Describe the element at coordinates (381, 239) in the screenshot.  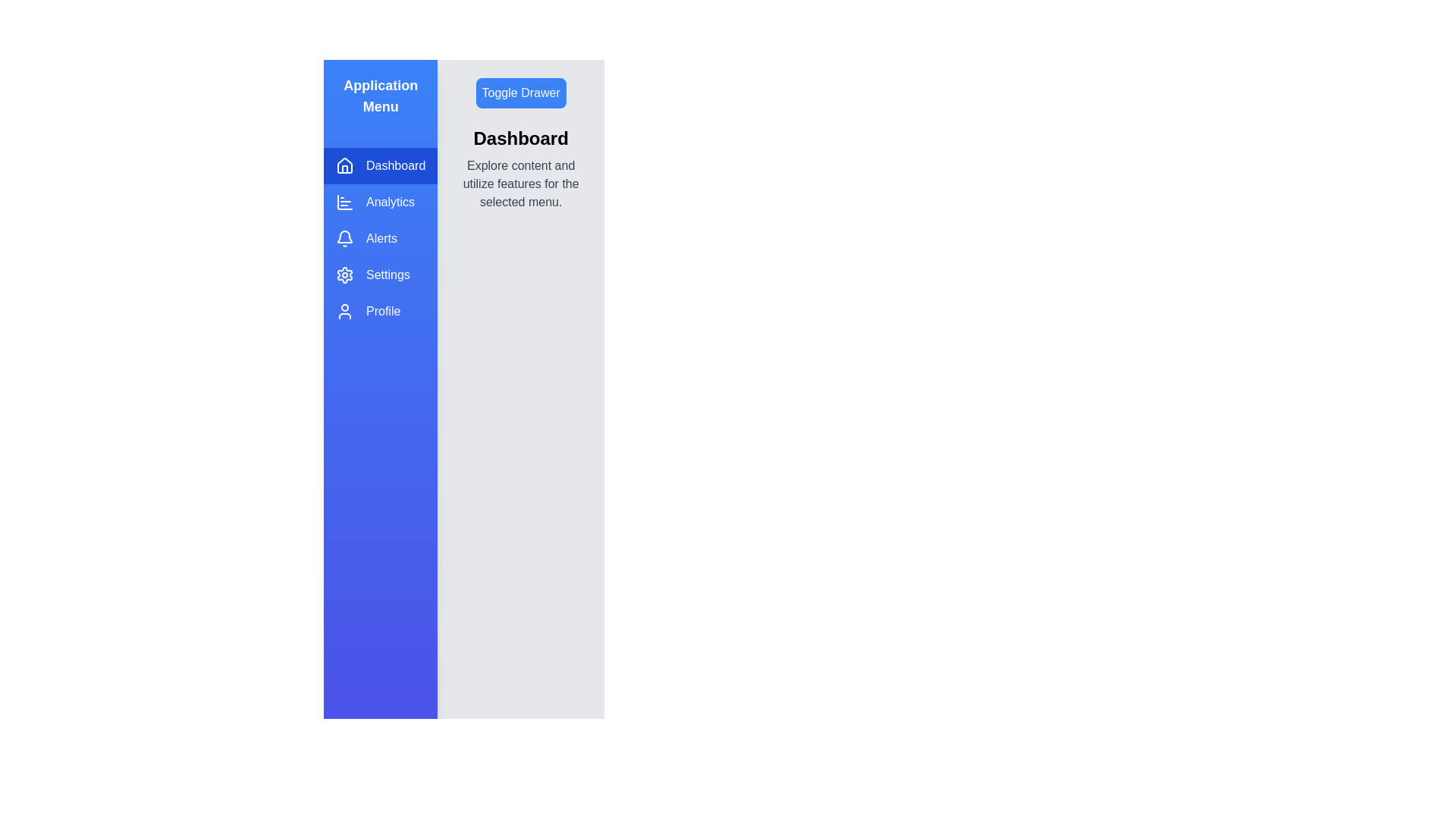
I see `the menu item Alerts to observe its hover effect` at that location.